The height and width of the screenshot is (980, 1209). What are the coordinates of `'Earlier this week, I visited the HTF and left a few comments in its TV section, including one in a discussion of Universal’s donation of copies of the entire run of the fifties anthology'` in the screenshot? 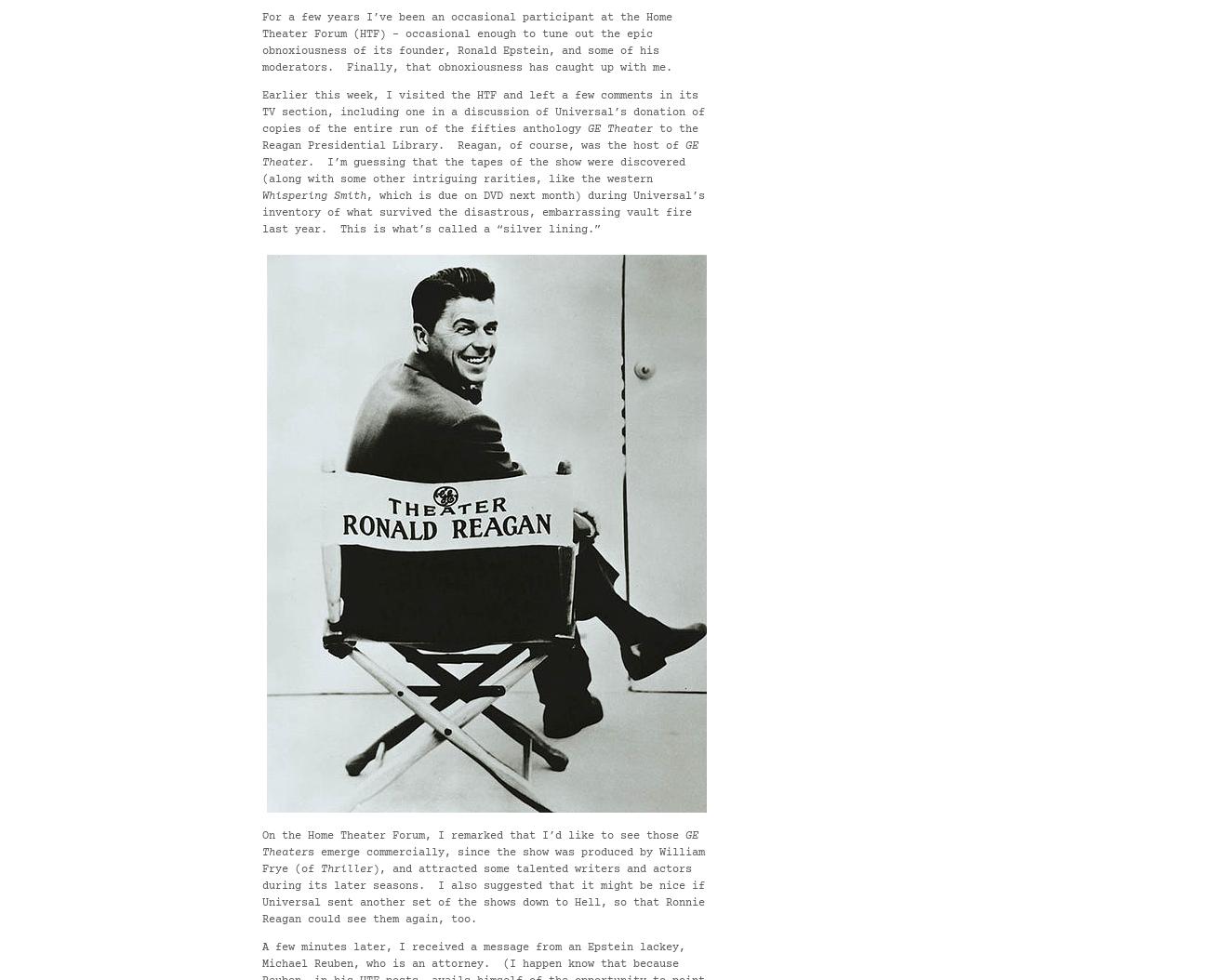 It's located at (484, 113).